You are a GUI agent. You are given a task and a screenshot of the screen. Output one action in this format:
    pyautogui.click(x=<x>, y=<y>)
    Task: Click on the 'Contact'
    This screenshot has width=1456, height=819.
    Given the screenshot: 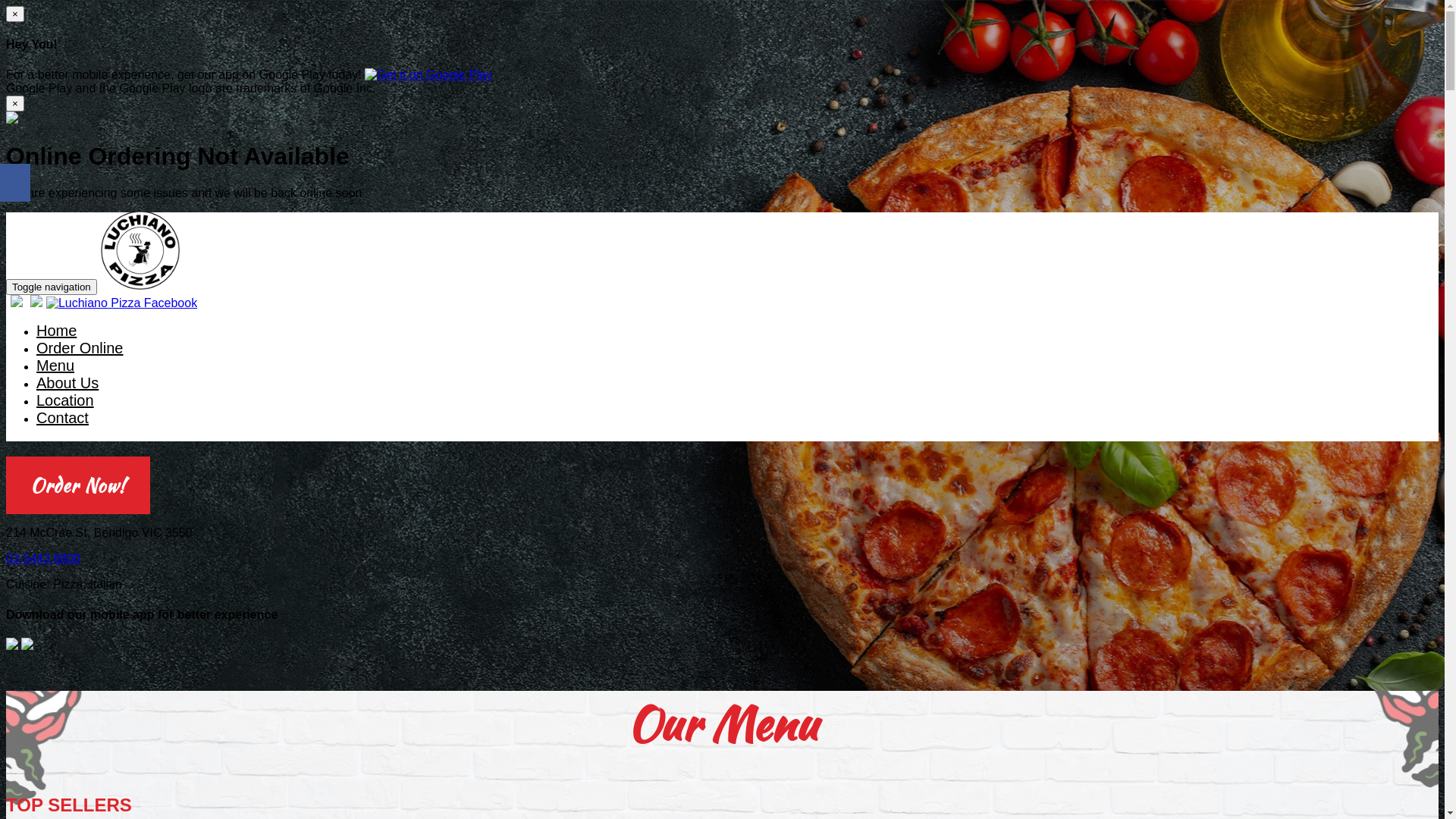 What is the action you would take?
    pyautogui.click(x=61, y=419)
    